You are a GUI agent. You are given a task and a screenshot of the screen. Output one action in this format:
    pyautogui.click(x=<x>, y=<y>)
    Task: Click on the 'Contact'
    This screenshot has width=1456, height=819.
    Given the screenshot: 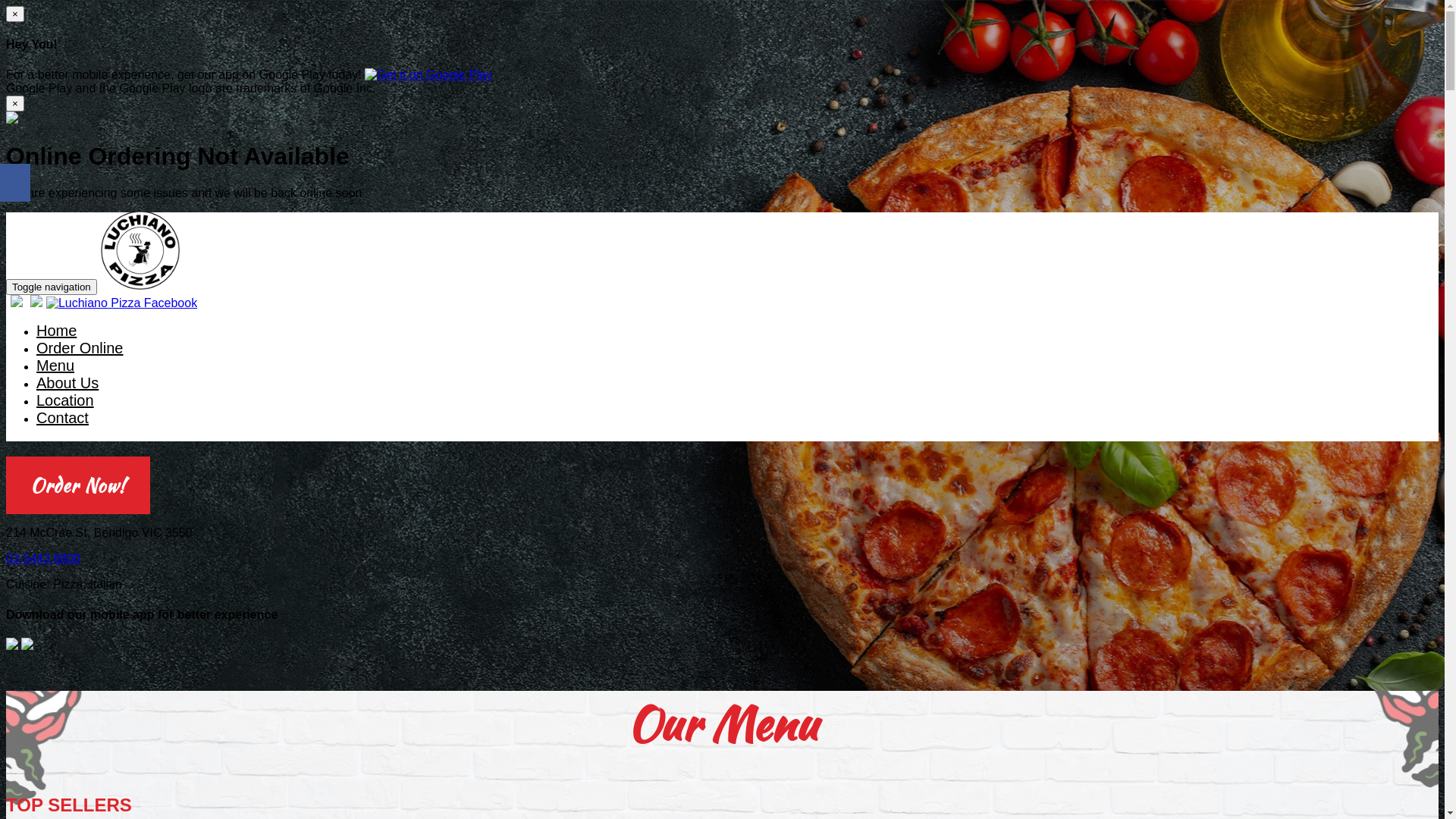 What is the action you would take?
    pyautogui.click(x=61, y=419)
    